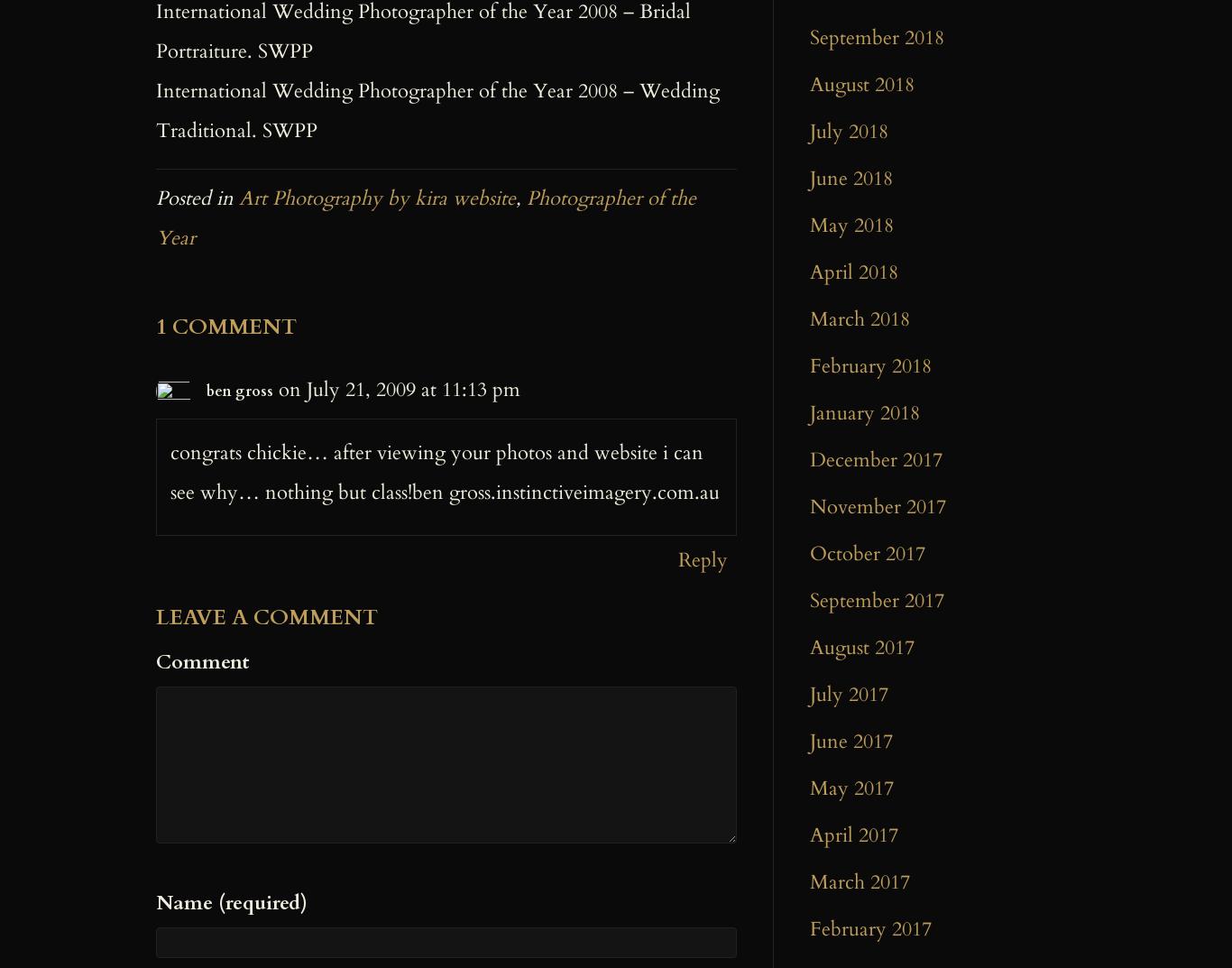 The image size is (1232, 968). What do you see at coordinates (854, 272) in the screenshot?
I see `'April 2018'` at bounding box center [854, 272].